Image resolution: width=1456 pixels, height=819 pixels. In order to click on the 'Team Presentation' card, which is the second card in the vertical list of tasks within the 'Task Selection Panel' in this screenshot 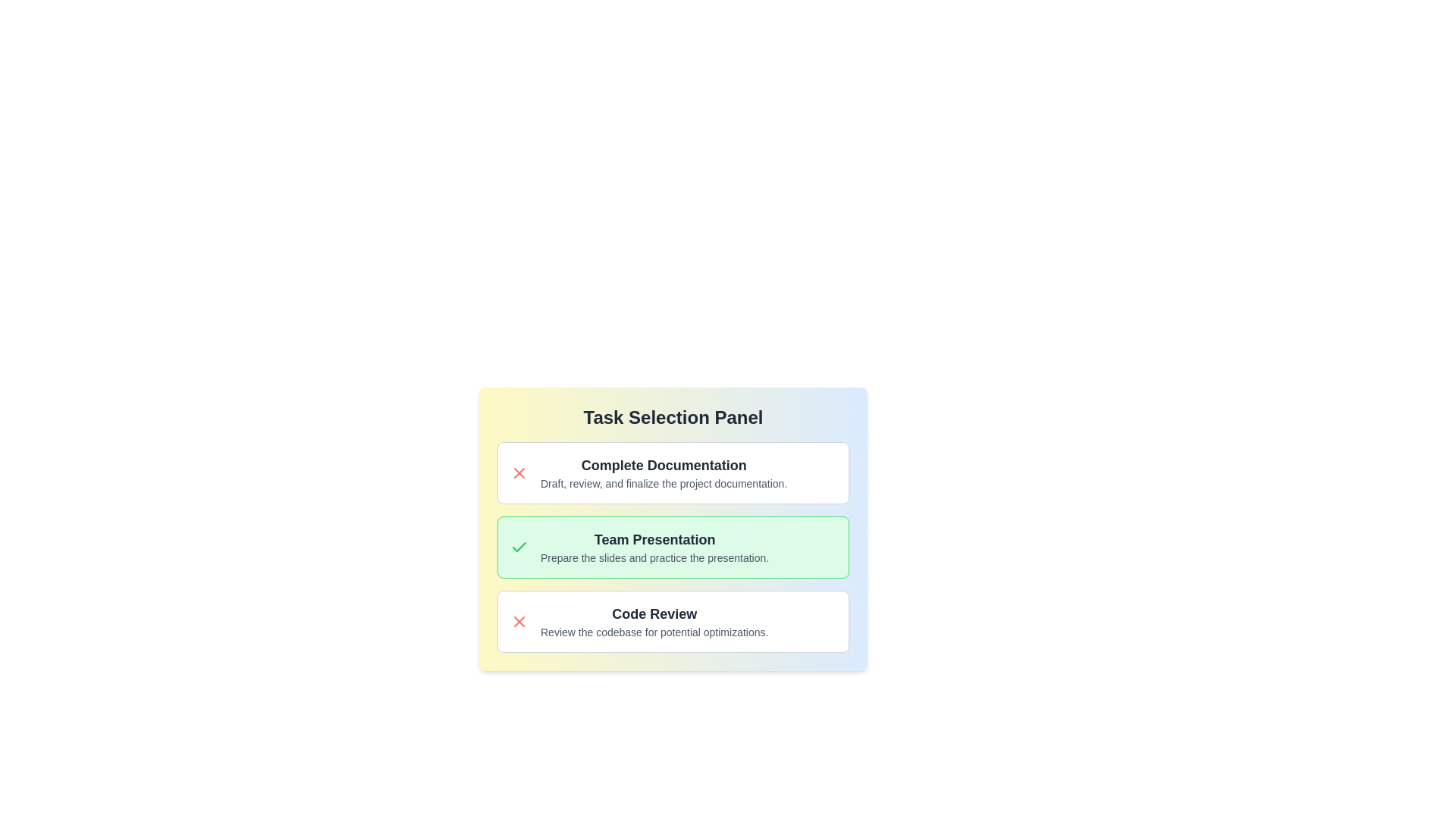, I will do `click(673, 547)`.